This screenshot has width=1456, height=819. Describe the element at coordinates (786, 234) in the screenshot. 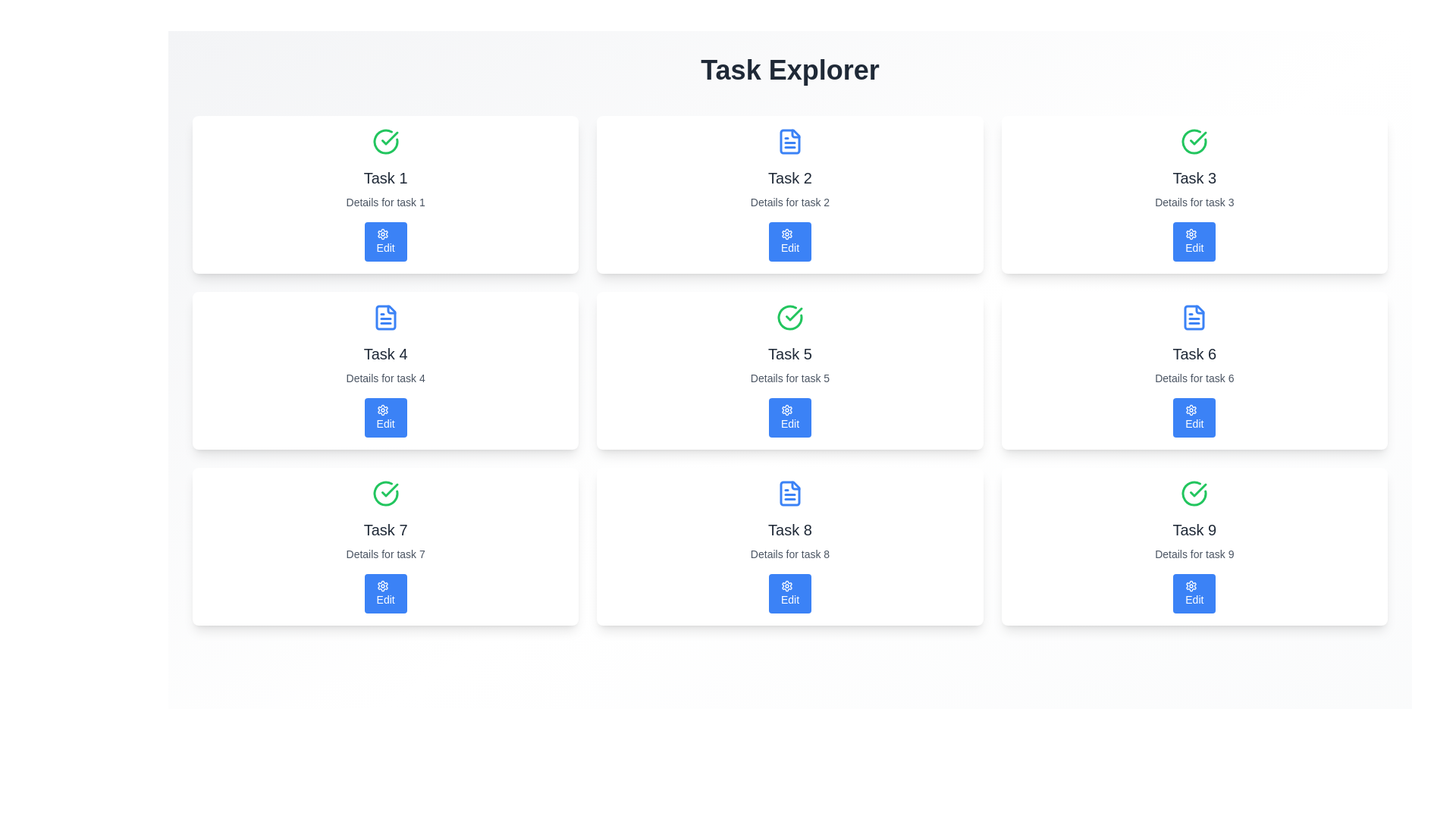

I see `the decorative icon within the 'Edit' button of the second card corresponding to 'Task 2' in the grid layout` at that location.